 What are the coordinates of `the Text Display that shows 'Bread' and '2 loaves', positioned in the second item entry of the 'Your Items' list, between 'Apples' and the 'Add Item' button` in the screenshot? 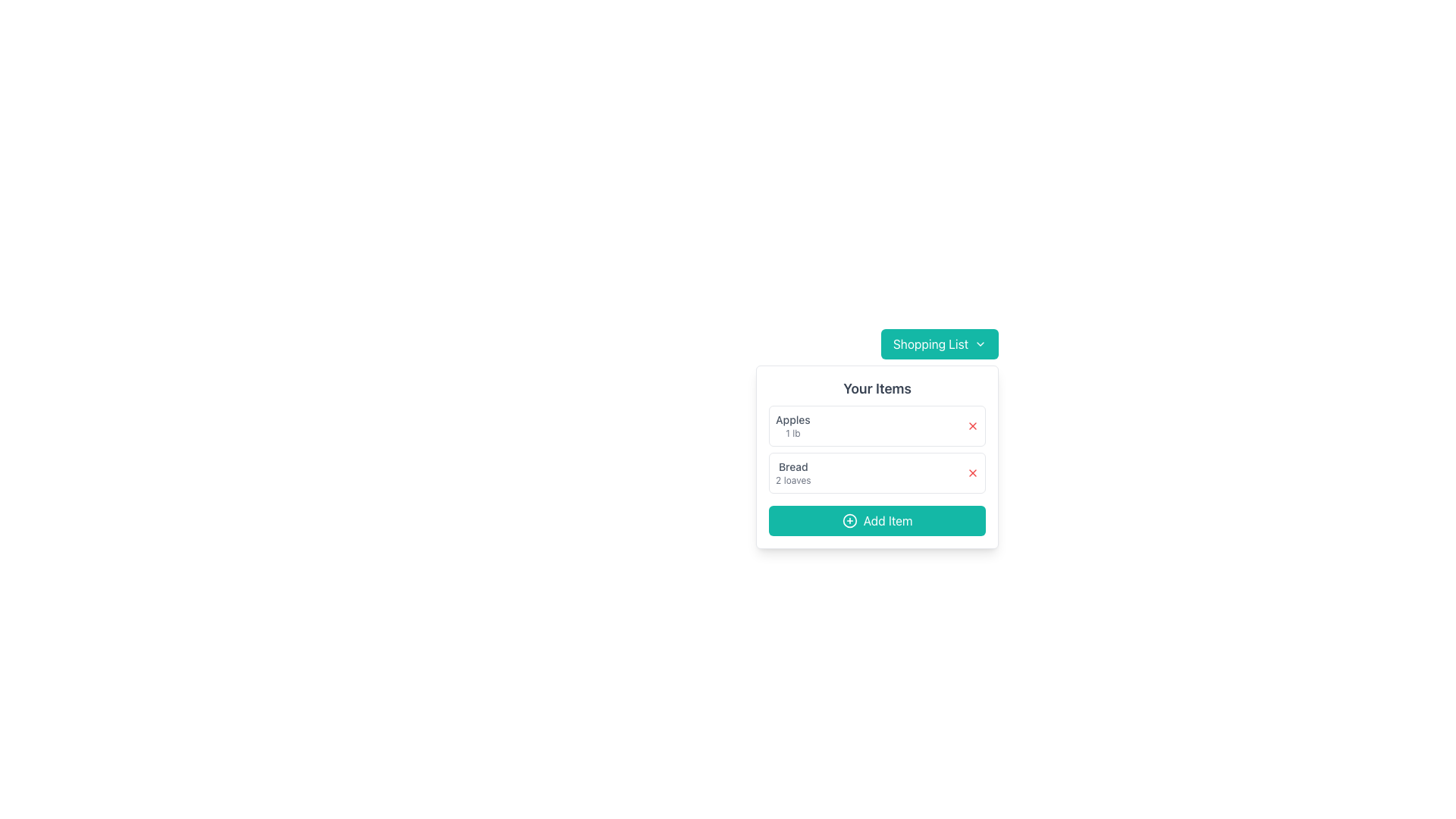 It's located at (792, 472).